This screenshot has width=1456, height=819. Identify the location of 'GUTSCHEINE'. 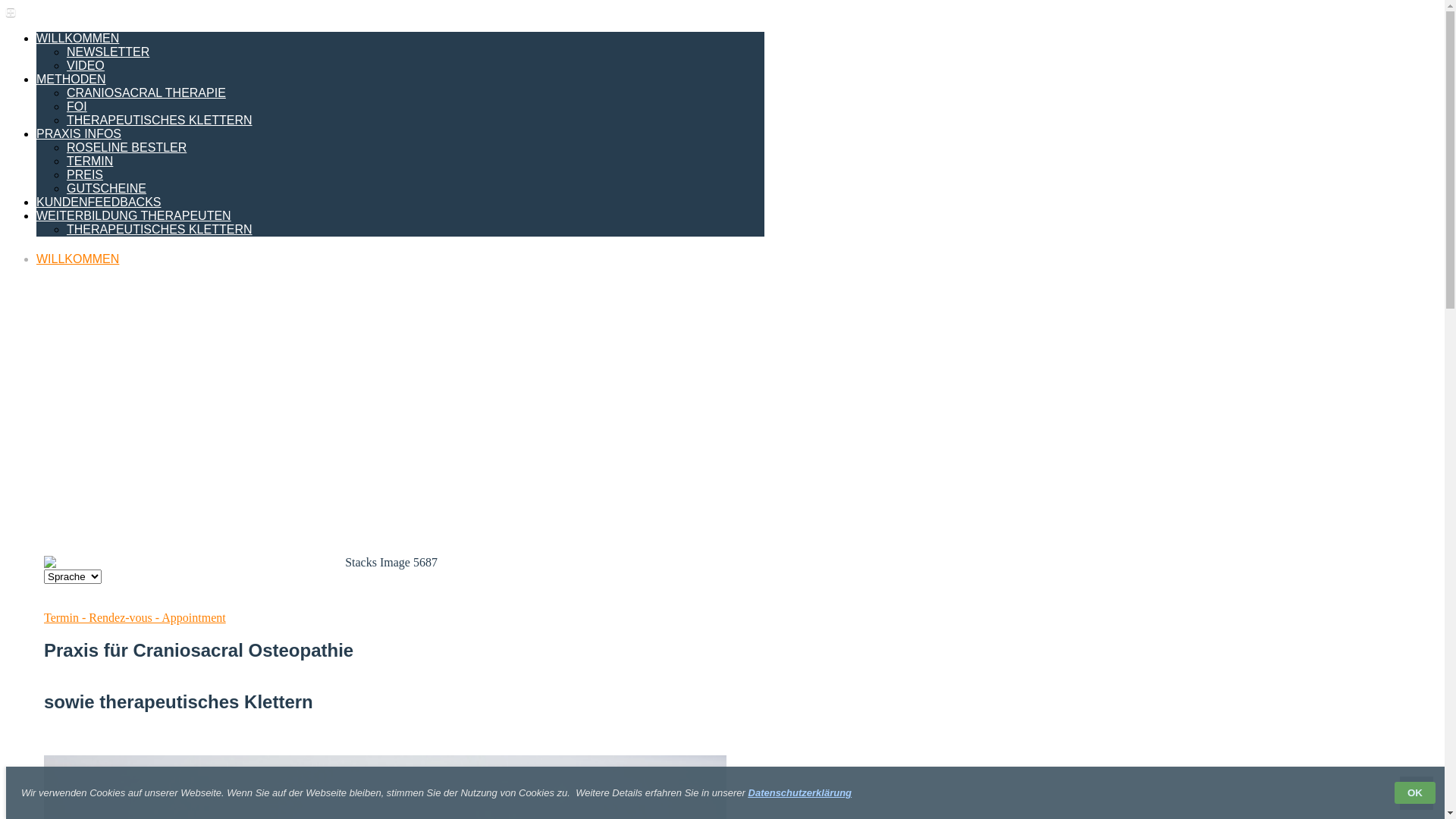
(105, 187).